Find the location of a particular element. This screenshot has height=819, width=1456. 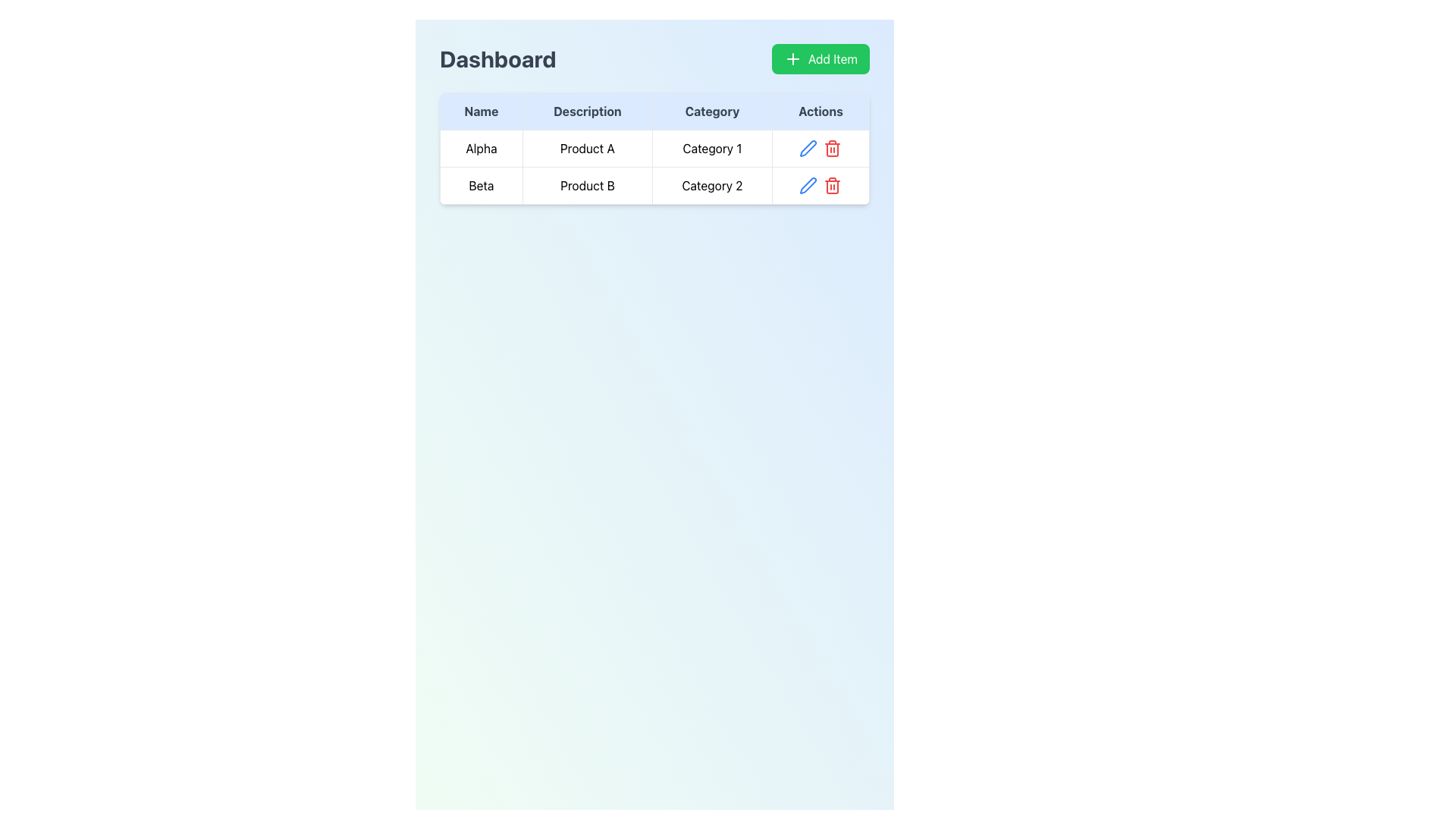

across the table cell displaying 'Product B' is located at coordinates (586, 185).